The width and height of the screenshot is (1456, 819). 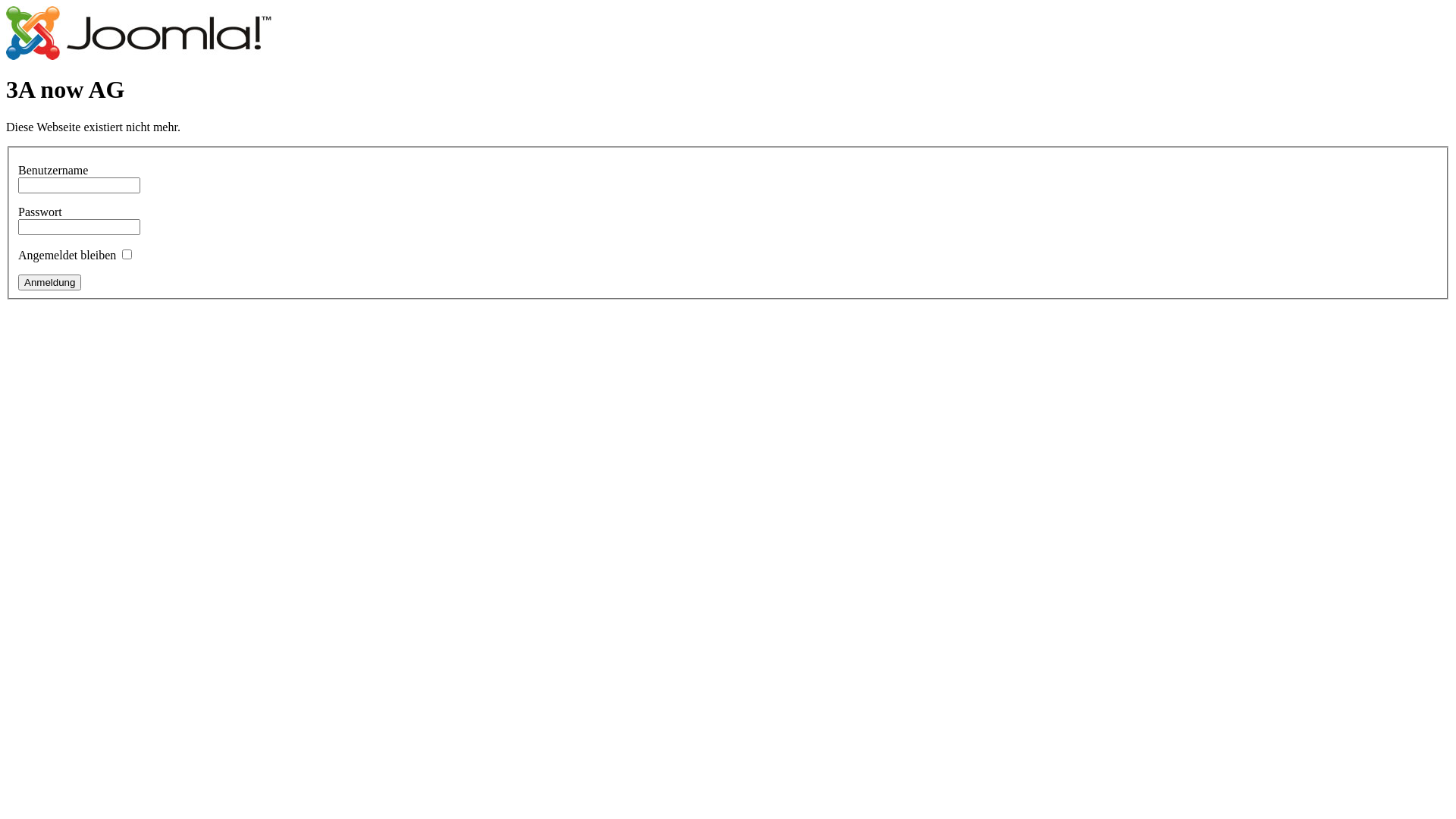 What do you see at coordinates (49, 282) in the screenshot?
I see `'Anmeldung'` at bounding box center [49, 282].